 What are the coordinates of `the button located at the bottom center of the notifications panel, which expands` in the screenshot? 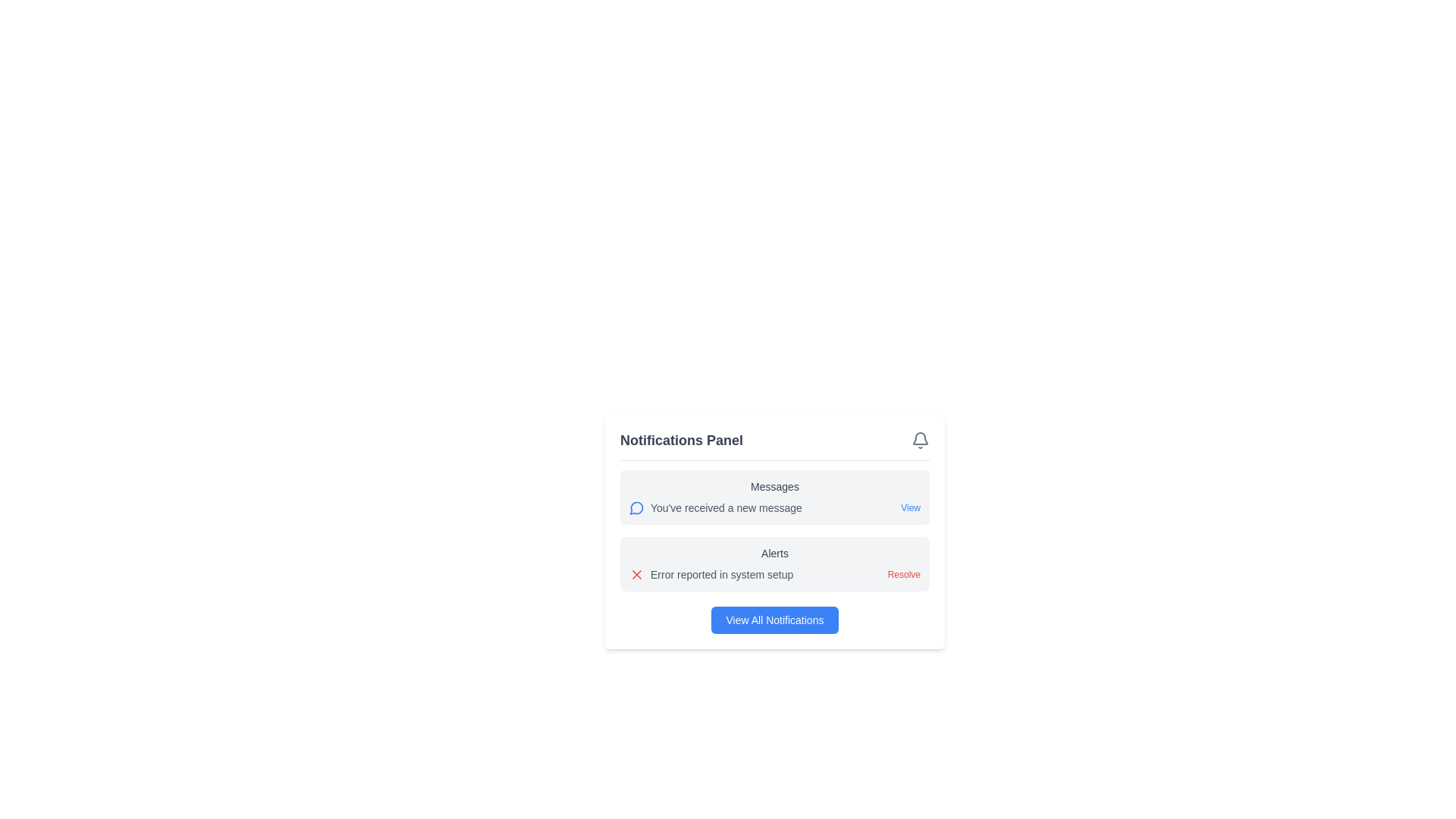 It's located at (775, 620).